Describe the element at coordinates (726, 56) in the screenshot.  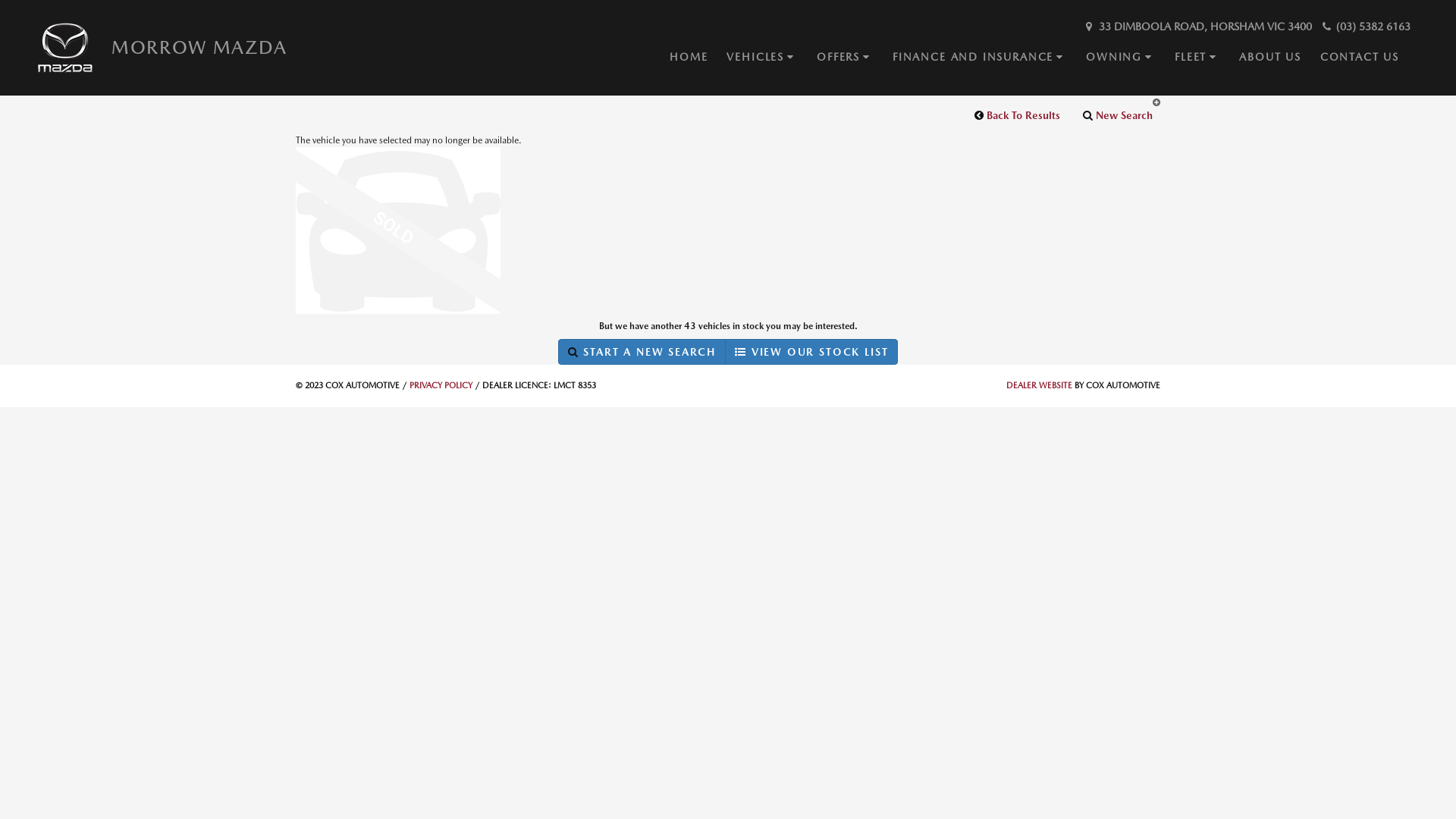
I see `'VEHICLES'` at that location.